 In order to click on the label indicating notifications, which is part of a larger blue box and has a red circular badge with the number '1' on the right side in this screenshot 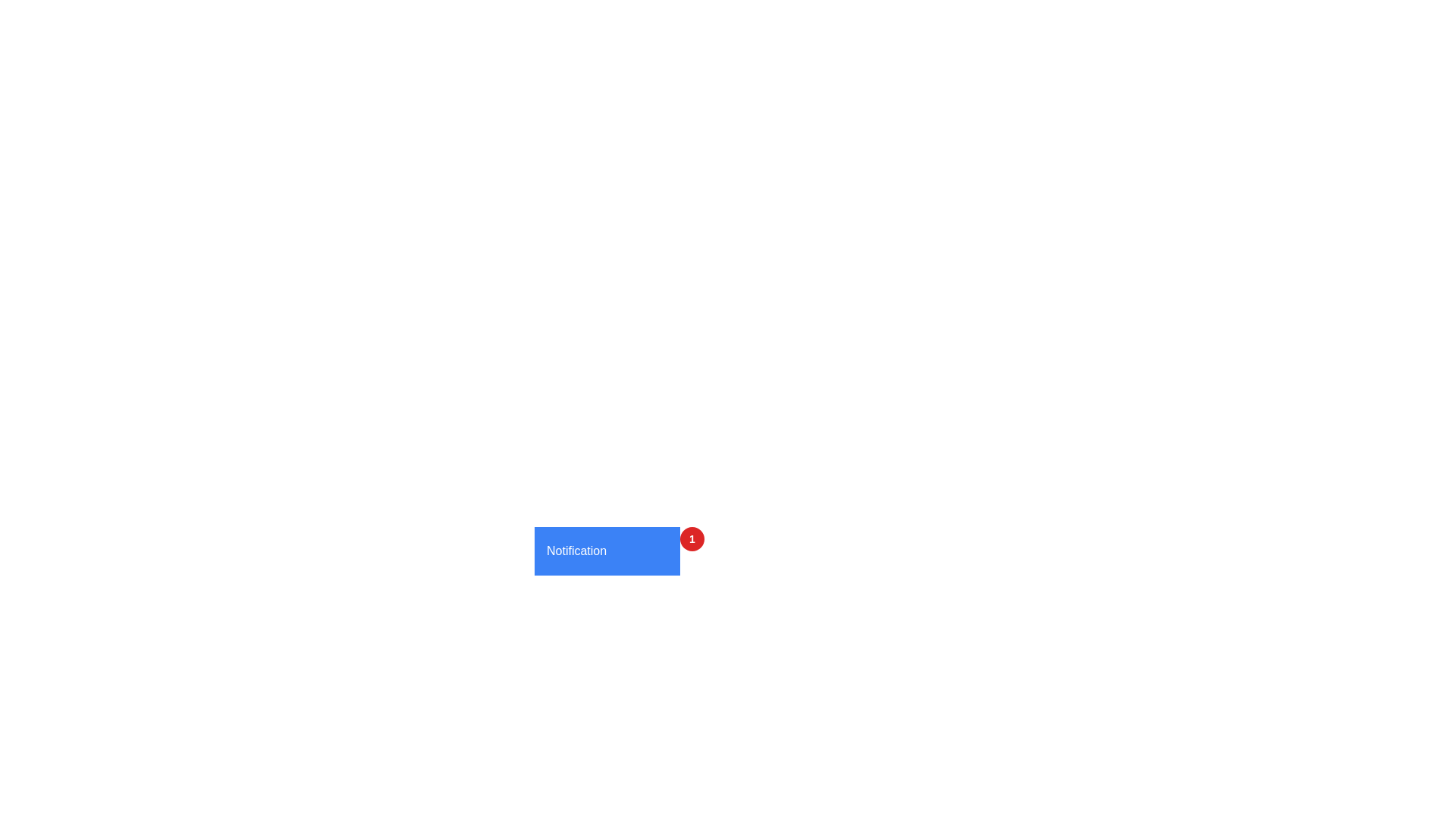, I will do `click(576, 551)`.